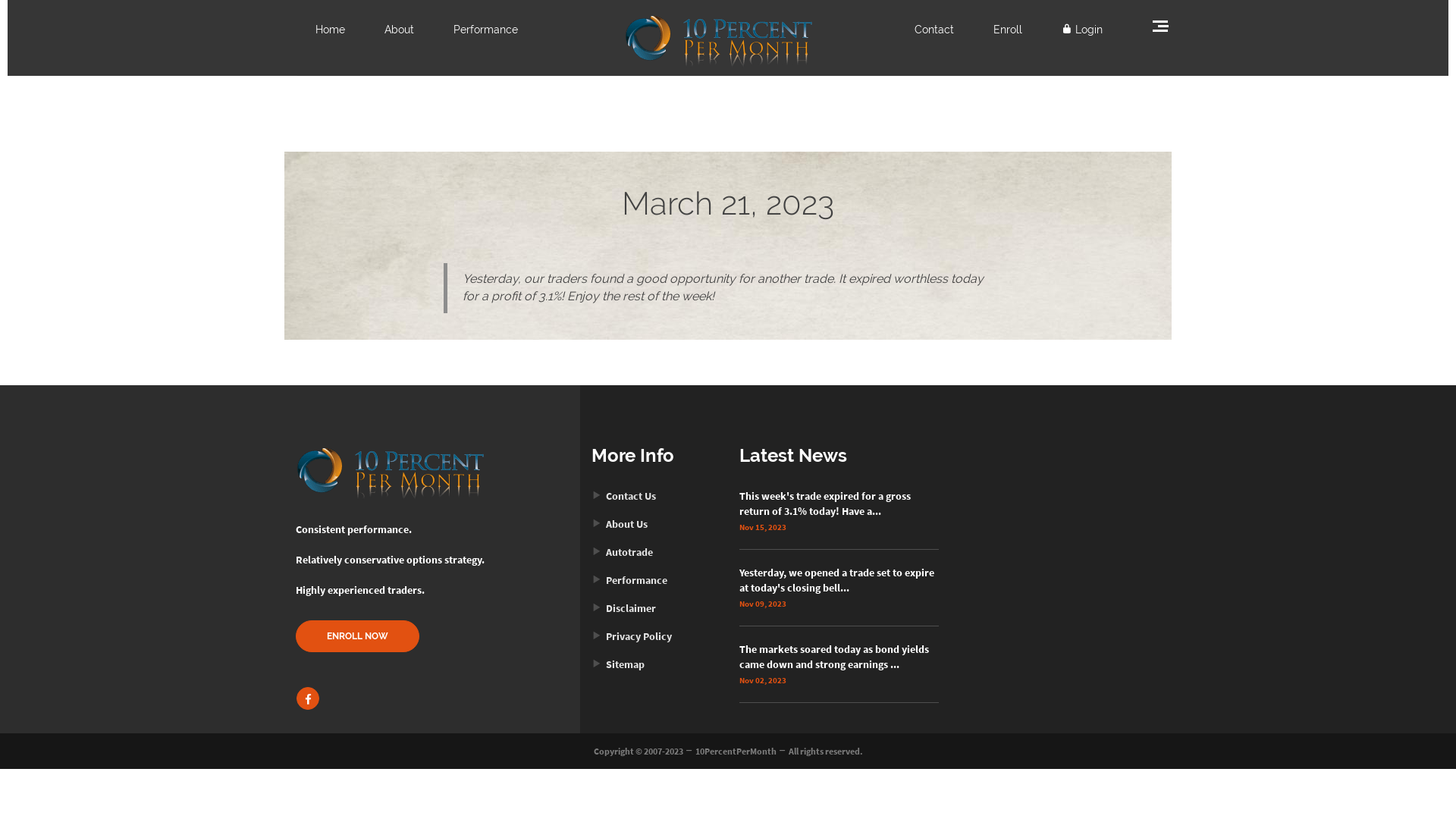 This screenshot has width=1456, height=819. What do you see at coordinates (590, 636) in the screenshot?
I see `'Privacy Policy'` at bounding box center [590, 636].